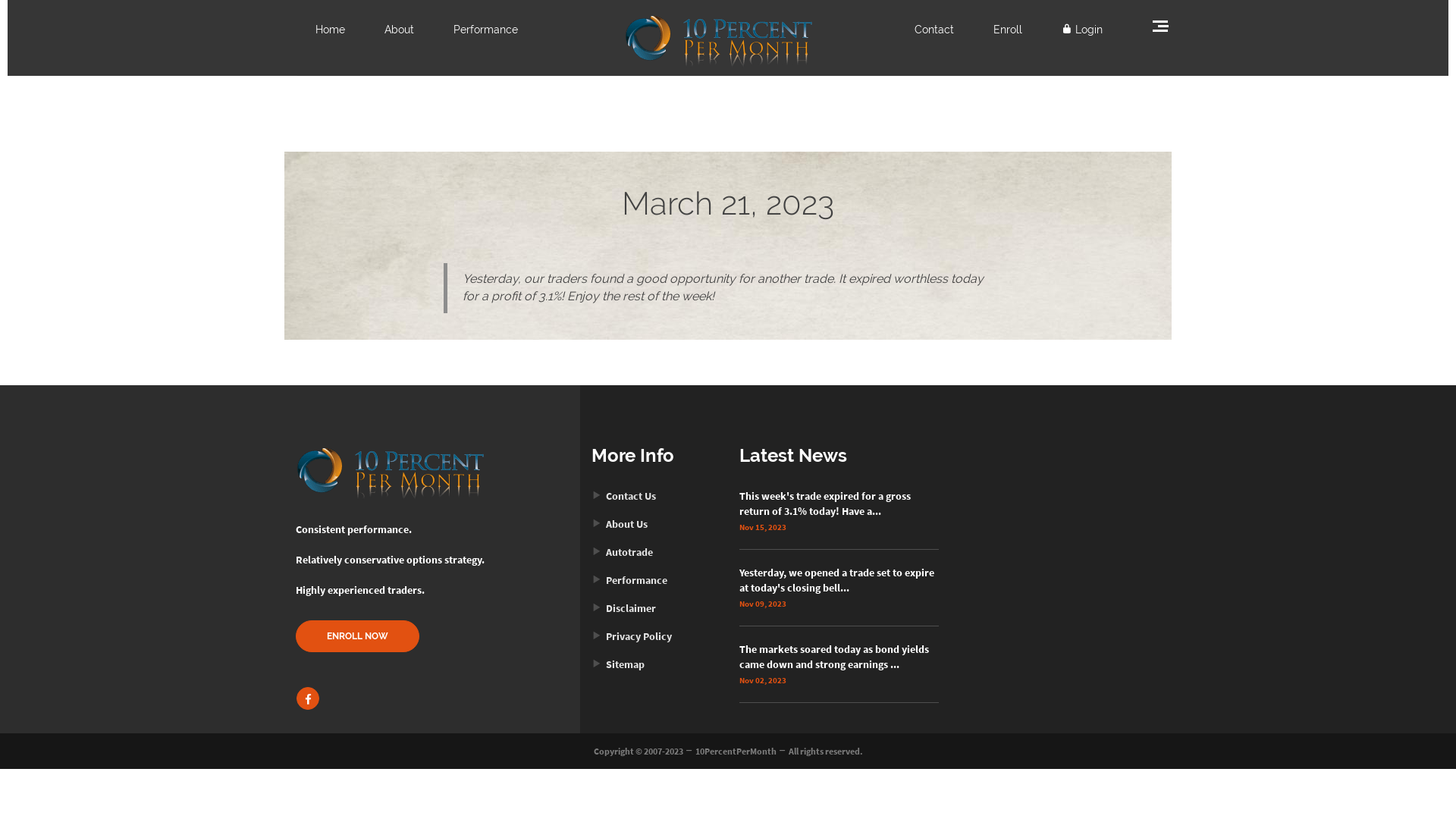 This screenshot has width=1456, height=819. What do you see at coordinates (590, 636) in the screenshot?
I see `'Privacy Policy'` at bounding box center [590, 636].